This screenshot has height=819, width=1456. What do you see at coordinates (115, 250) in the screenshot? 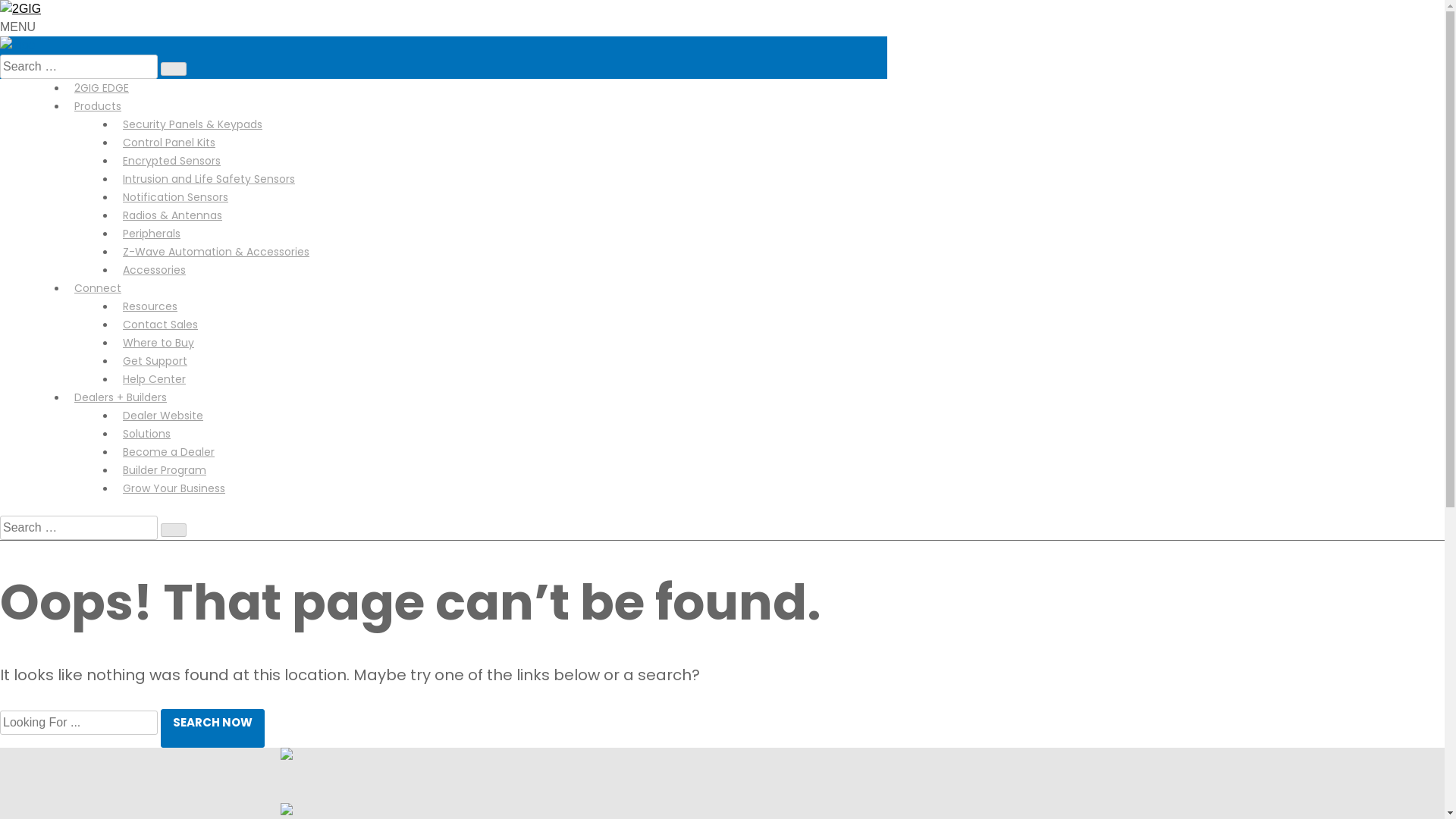
I see `'Z-Wave Automation & Accessories'` at bounding box center [115, 250].